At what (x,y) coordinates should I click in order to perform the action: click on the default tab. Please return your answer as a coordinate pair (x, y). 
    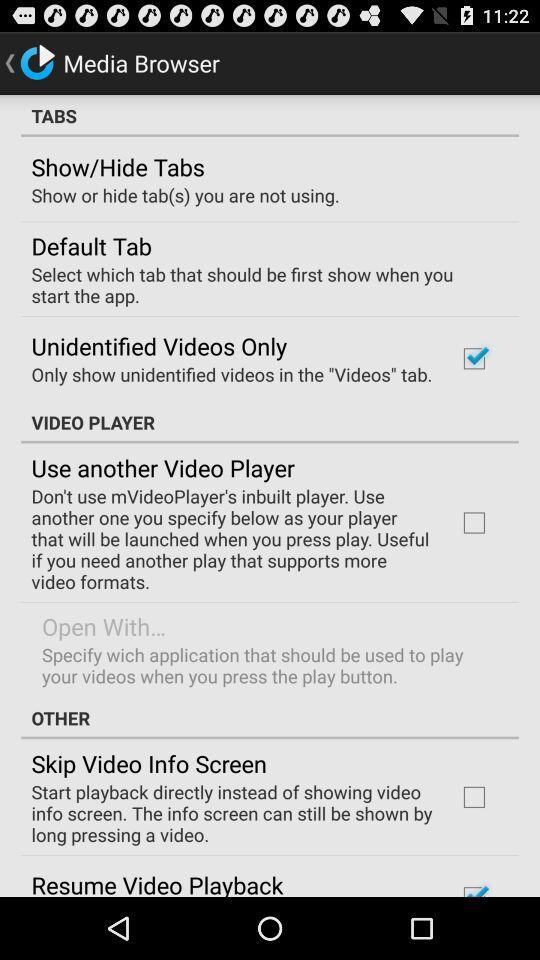
    Looking at the image, I should click on (90, 244).